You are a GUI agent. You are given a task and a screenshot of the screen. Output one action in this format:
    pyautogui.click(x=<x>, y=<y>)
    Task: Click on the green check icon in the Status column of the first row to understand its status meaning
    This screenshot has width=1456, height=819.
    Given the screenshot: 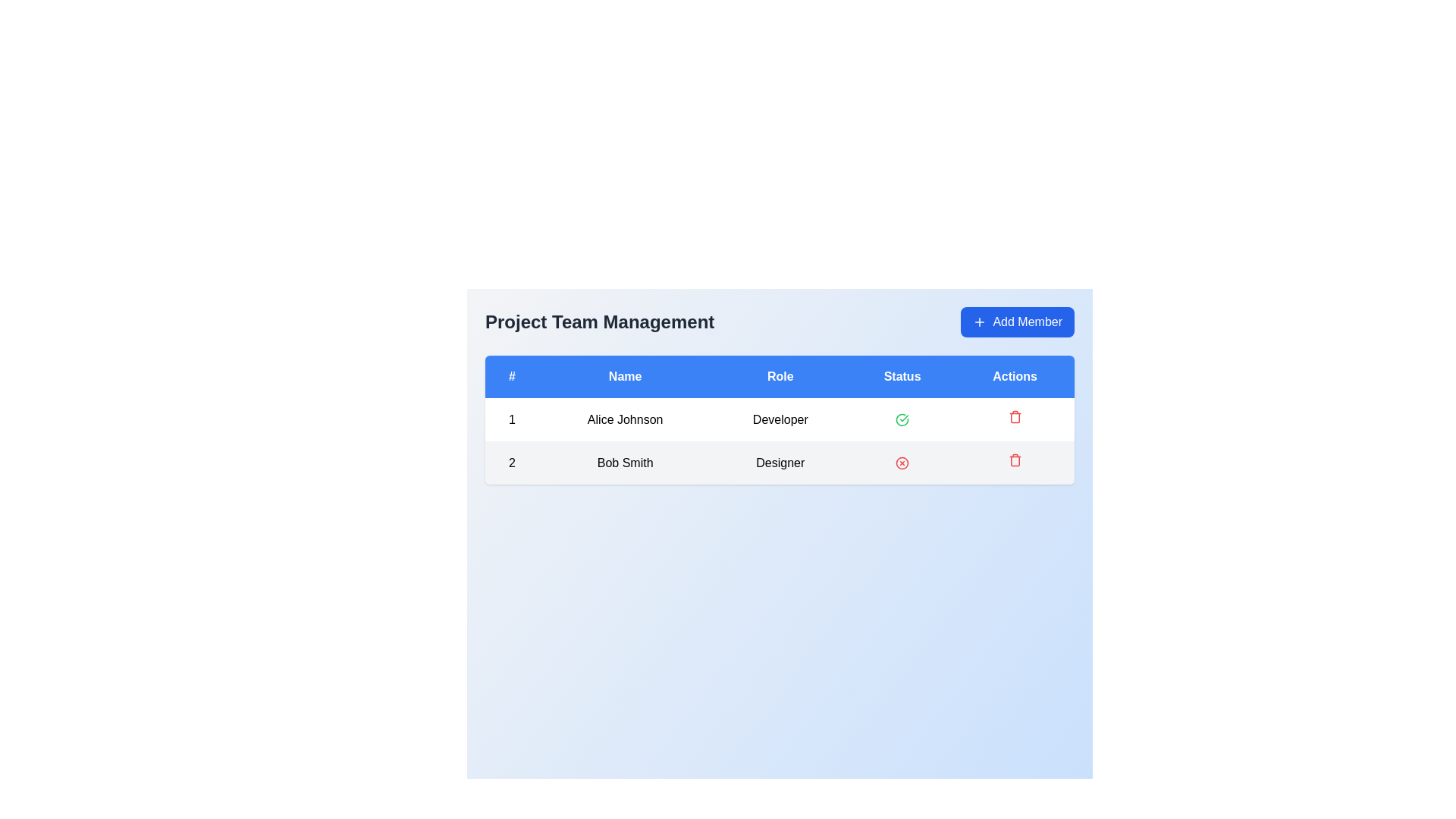 What is the action you would take?
    pyautogui.click(x=902, y=419)
    